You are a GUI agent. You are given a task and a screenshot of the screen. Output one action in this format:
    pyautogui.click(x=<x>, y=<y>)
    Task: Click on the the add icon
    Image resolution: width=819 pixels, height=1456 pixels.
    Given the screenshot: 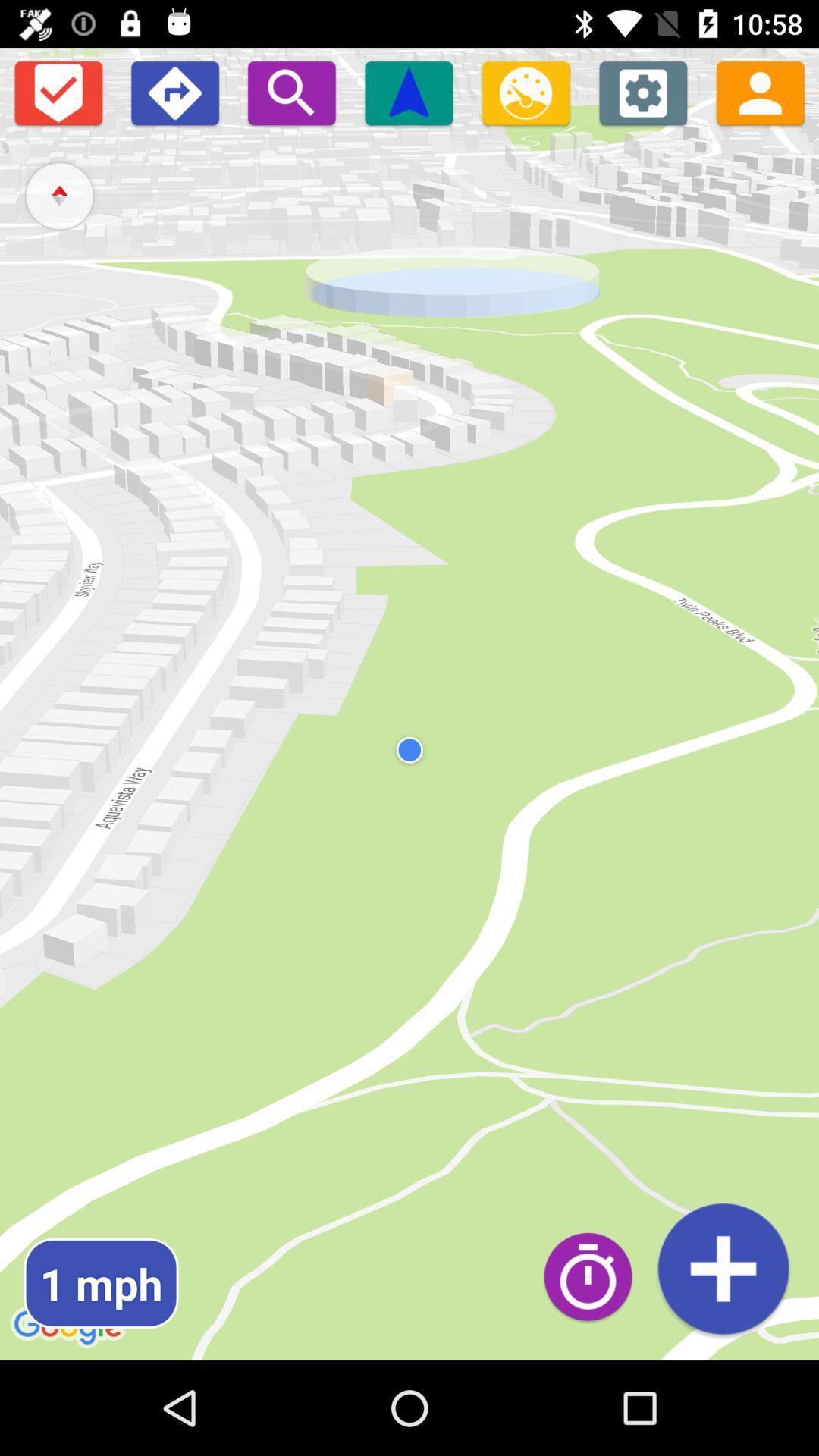 What is the action you would take?
    pyautogui.click(x=722, y=1269)
    